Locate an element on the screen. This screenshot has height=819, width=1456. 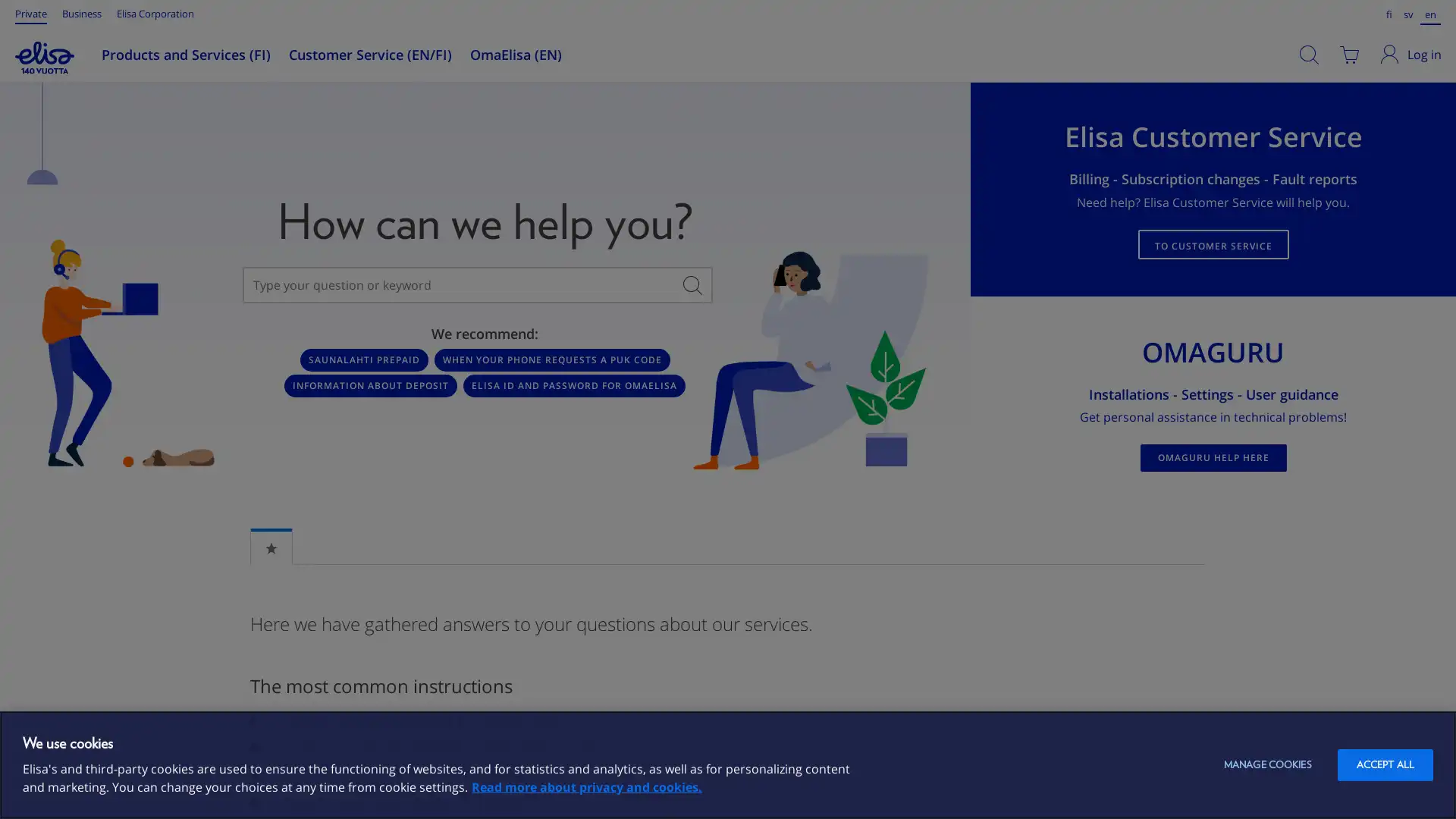
MANAGE COOKIES is located at coordinates (1266, 765).